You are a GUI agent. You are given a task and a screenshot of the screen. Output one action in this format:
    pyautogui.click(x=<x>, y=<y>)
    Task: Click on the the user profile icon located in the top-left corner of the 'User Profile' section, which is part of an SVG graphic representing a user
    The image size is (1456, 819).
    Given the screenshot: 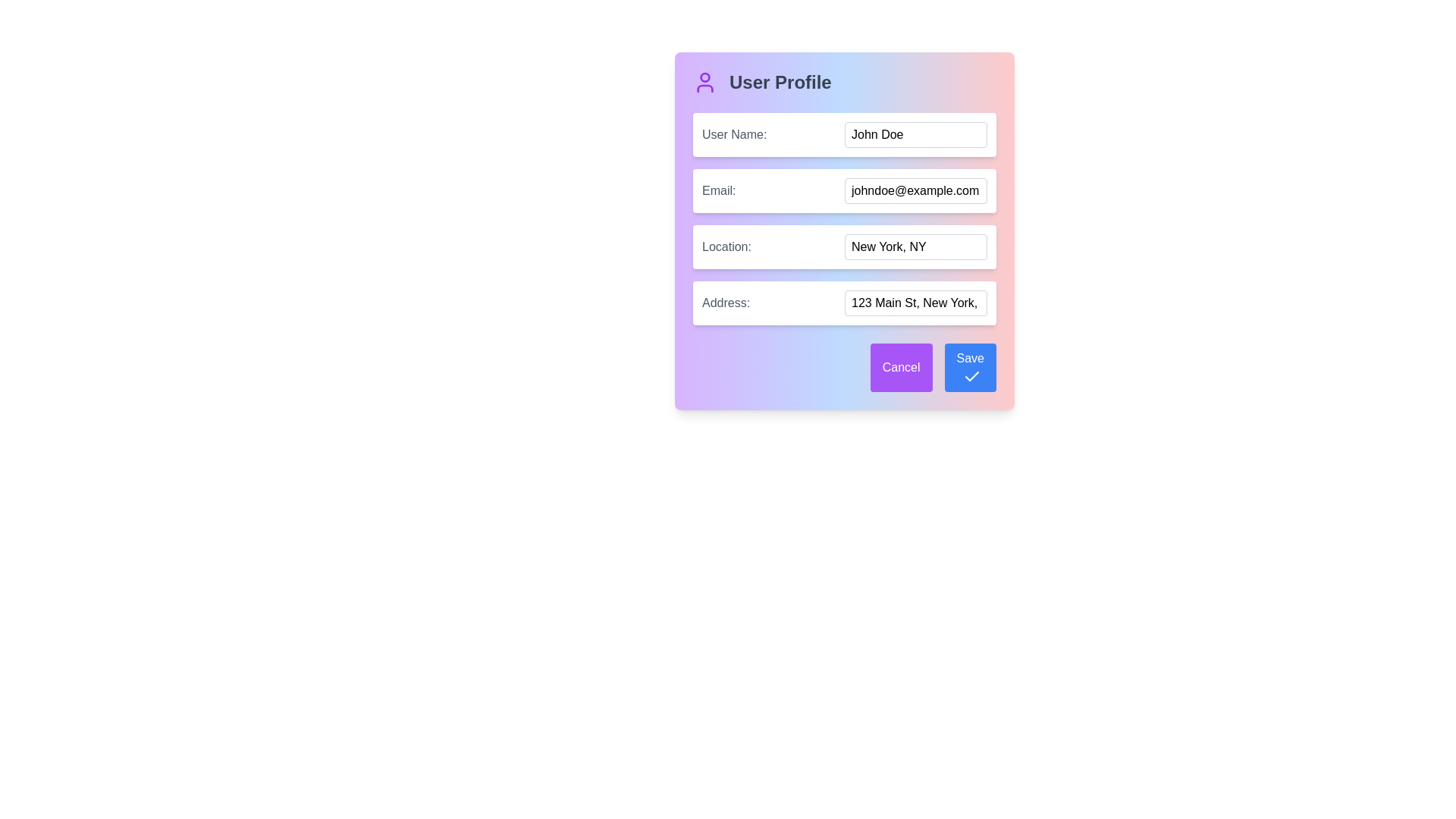 What is the action you would take?
    pyautogui.click(x=704, y=77)
    